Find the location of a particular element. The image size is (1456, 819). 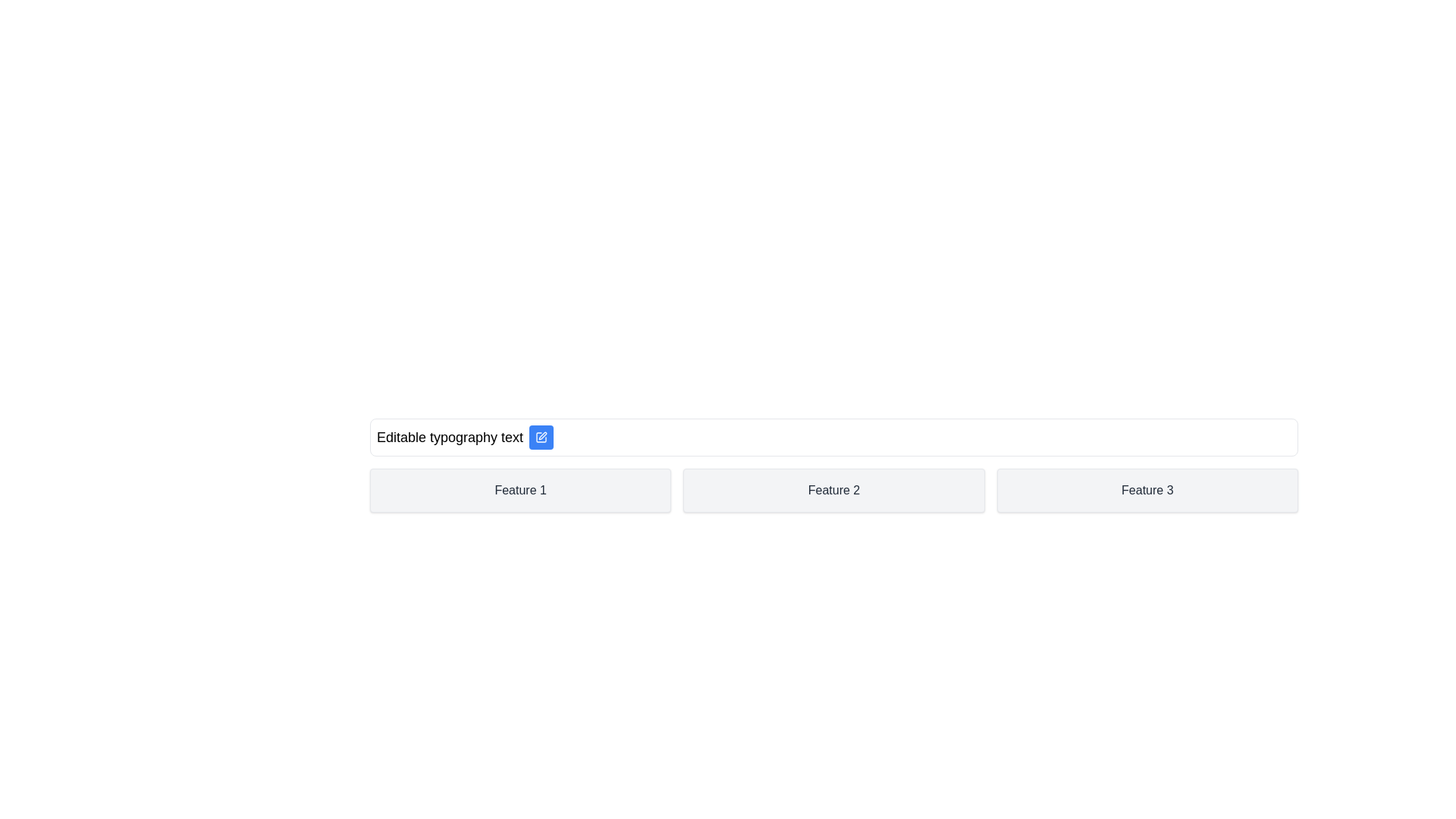

the edit icon is located at coordinates (541, 438).